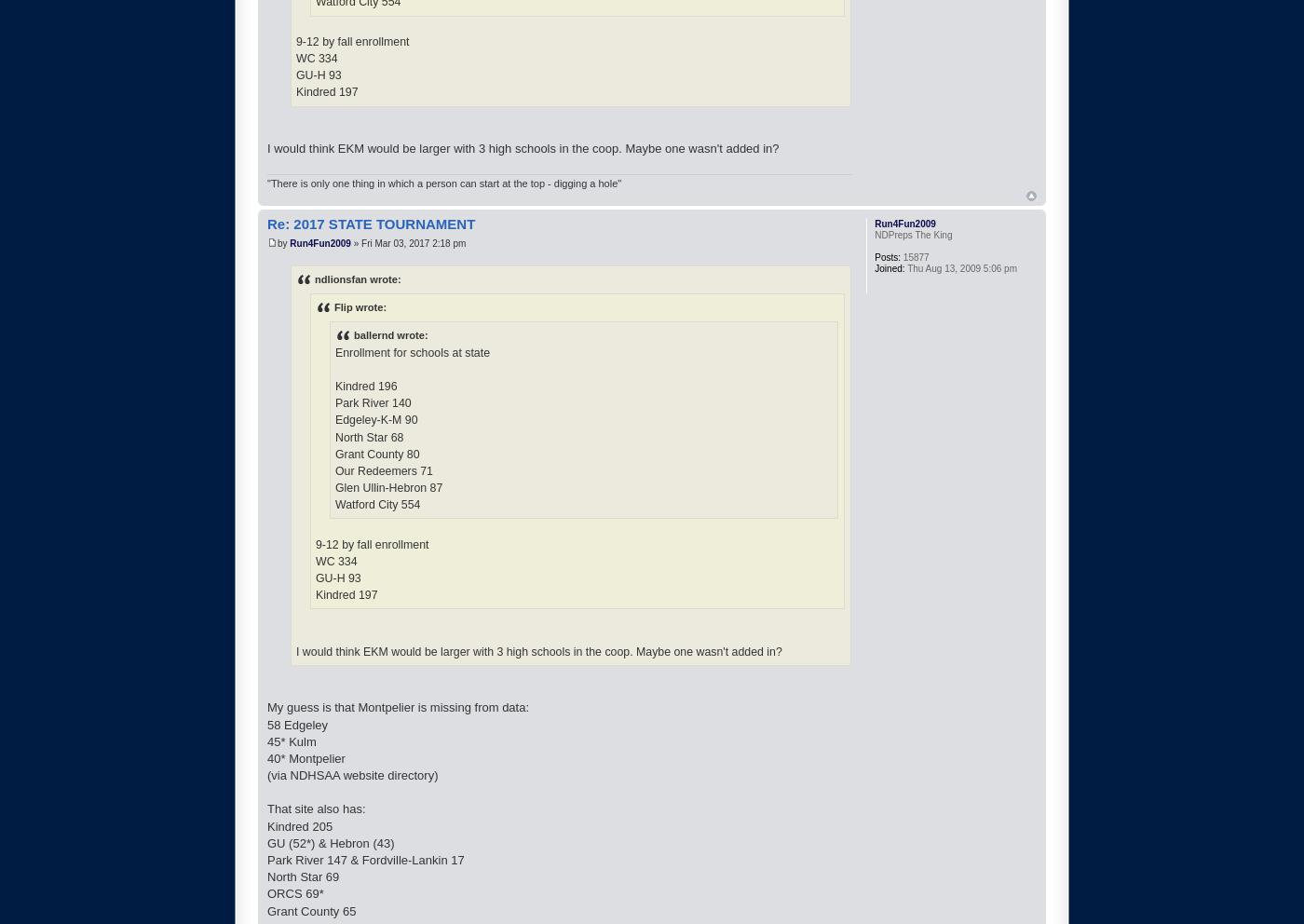  Describe the element at coordinates (311, 910) in the screenshot. I see `'Grant County 65'` at that location.